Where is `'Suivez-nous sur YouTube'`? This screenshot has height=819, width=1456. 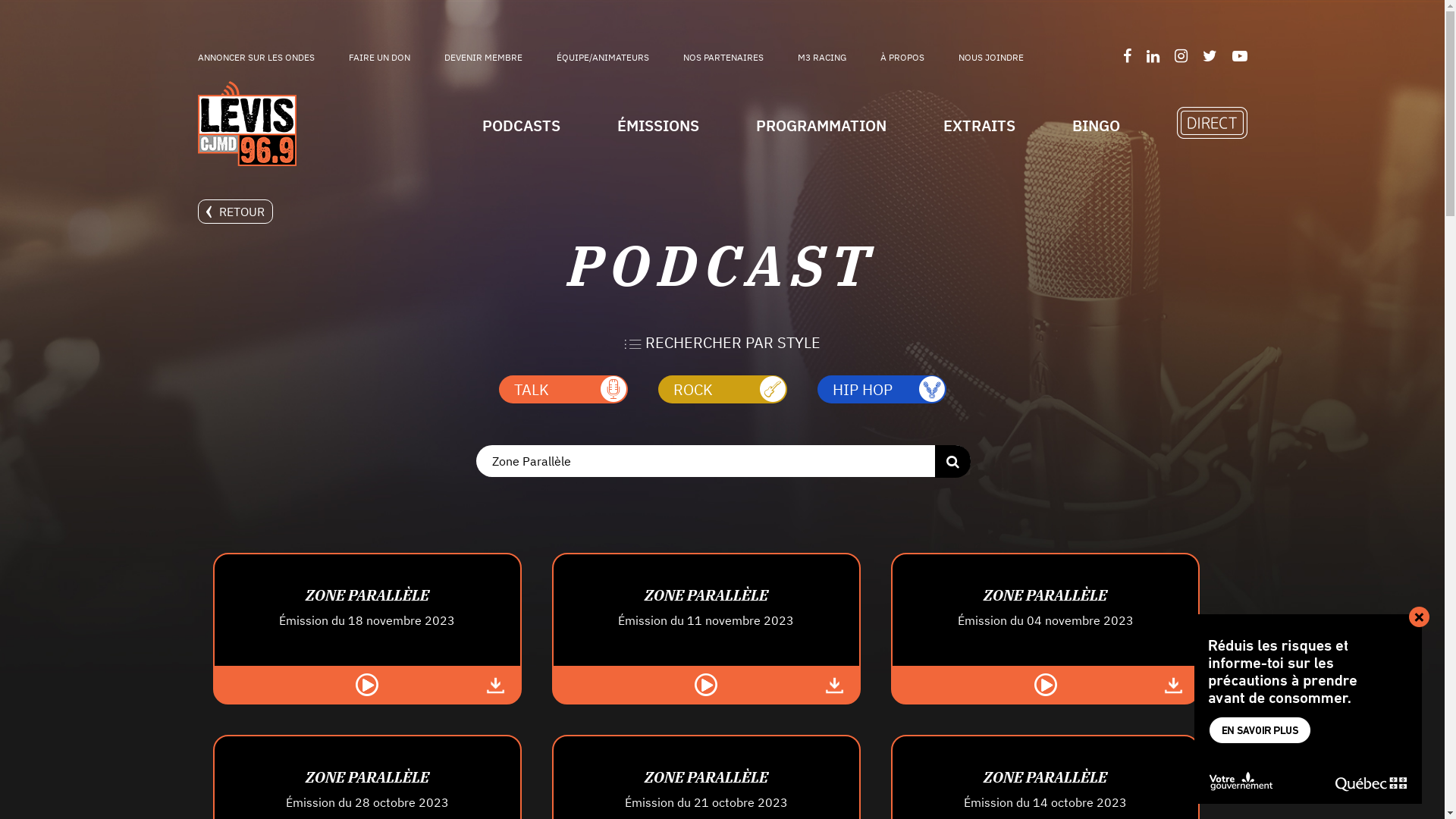
'Suivez-nous sur YouTube' is located at coordinates (1238, 55).